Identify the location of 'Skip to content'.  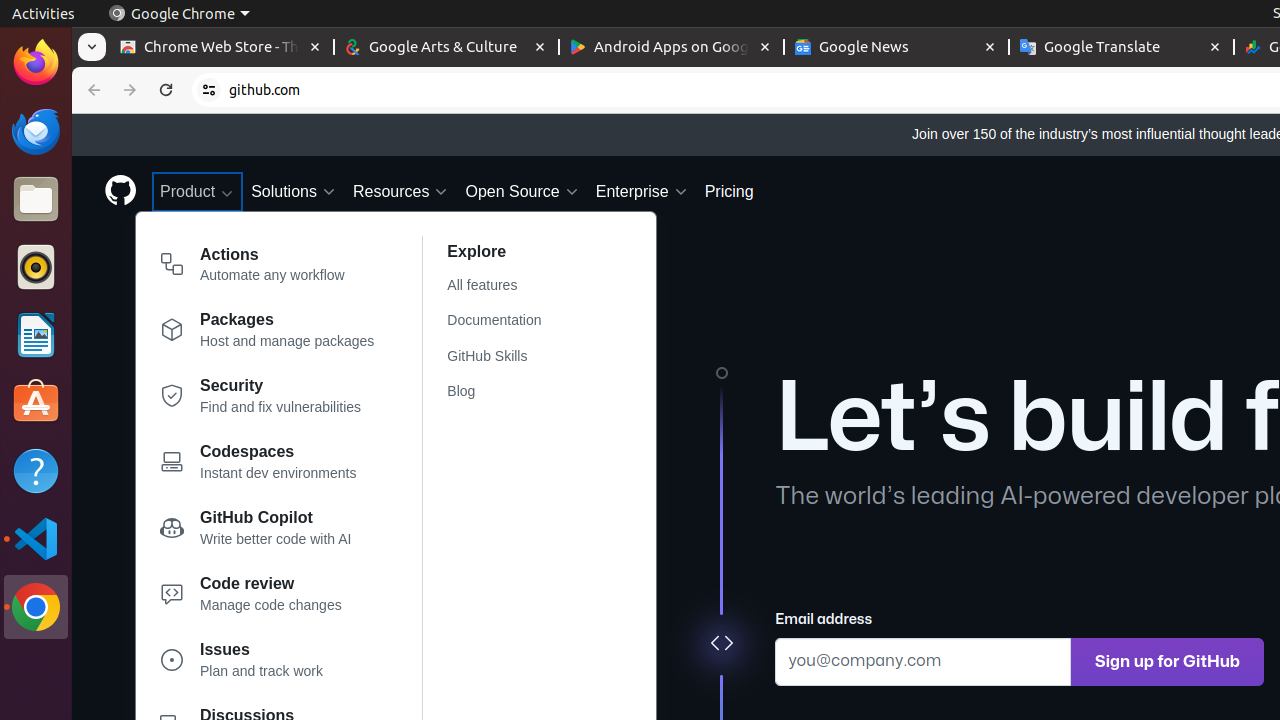
(72, 114).